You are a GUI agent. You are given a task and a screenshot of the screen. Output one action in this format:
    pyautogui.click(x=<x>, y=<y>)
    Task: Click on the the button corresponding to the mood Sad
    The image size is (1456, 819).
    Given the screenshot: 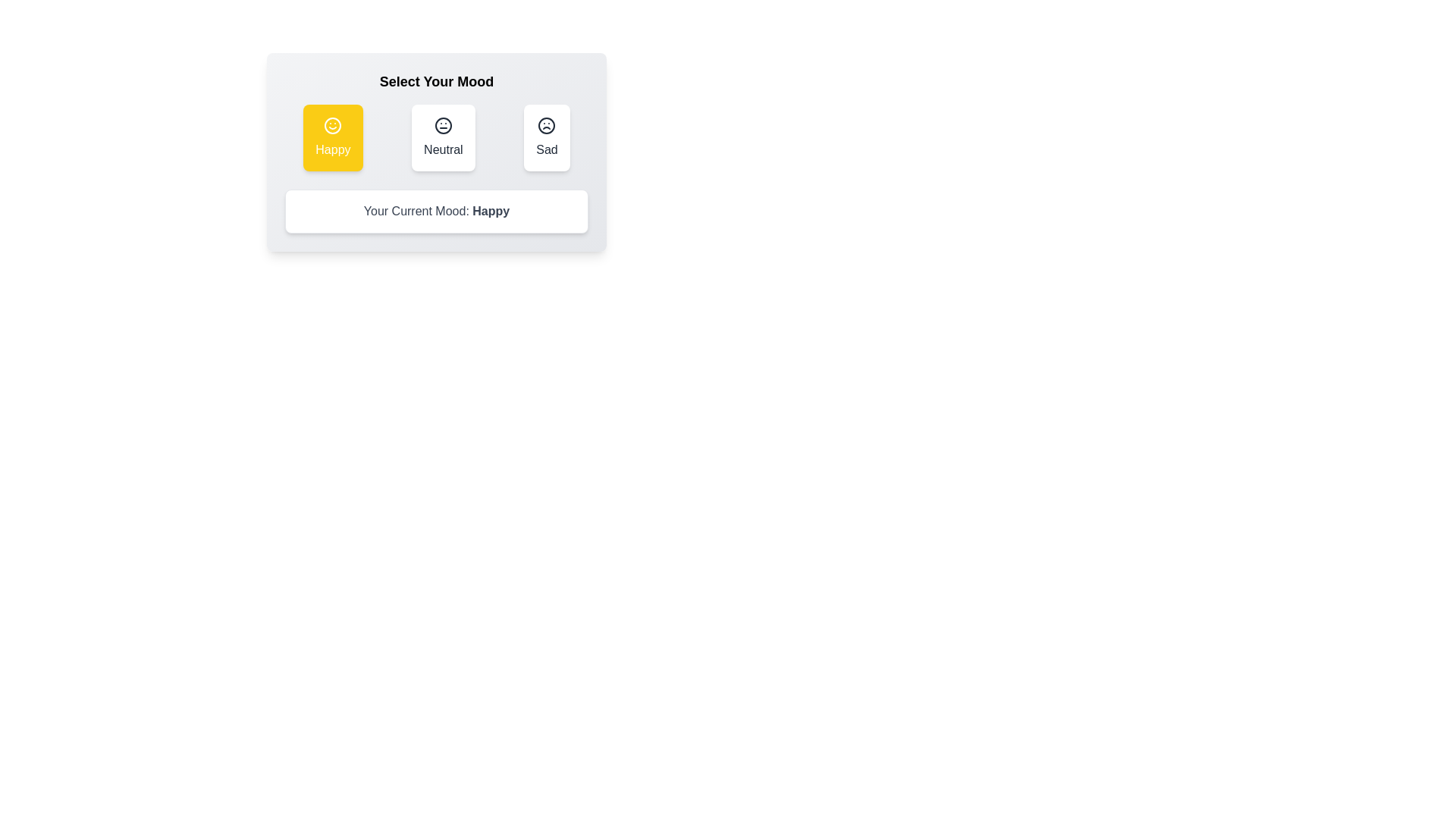 What is the action you would take?
    pyautogui.click(x=546, y=137)
    